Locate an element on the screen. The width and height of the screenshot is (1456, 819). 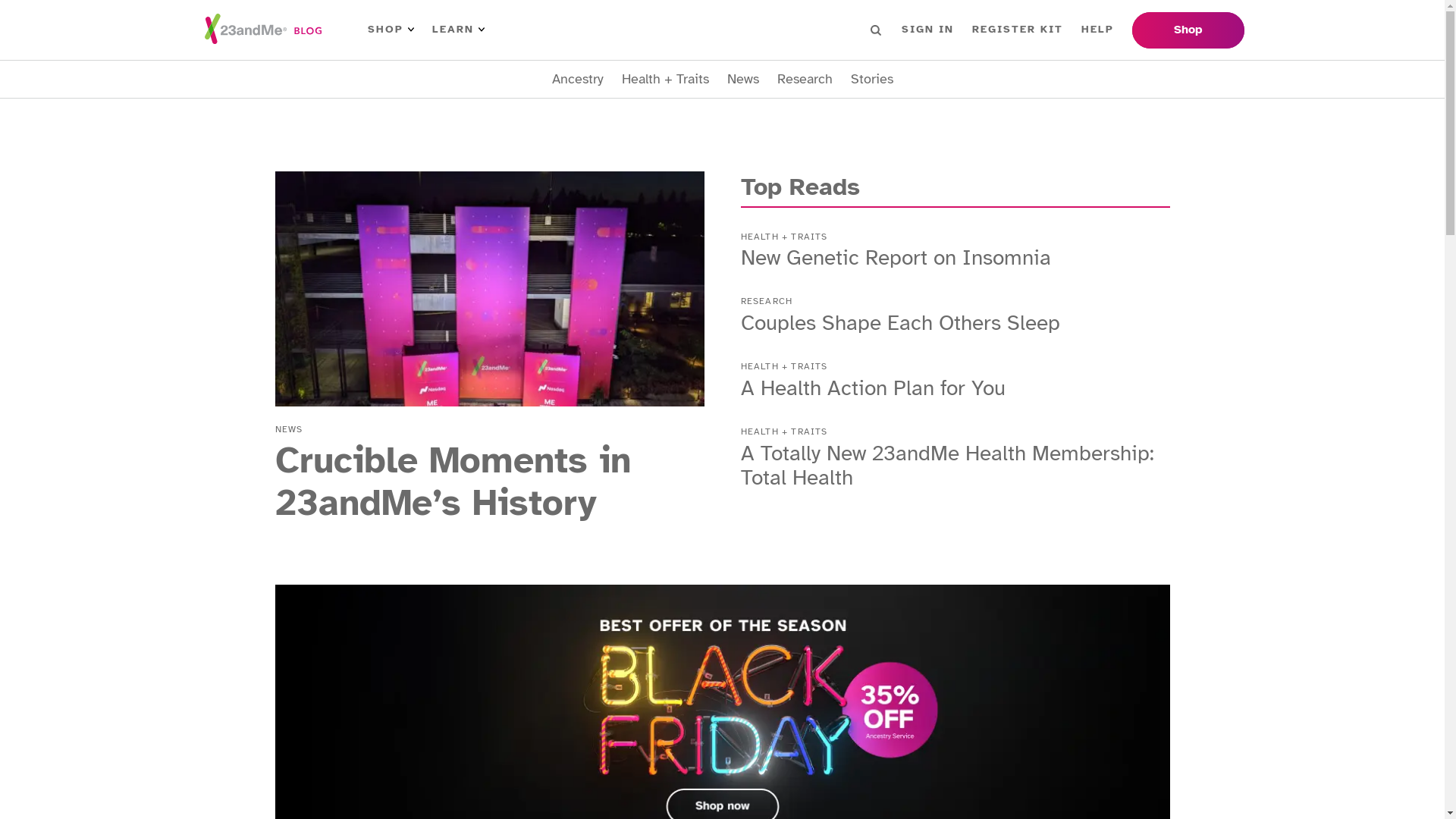
'A Totally New 23andMe Health Membership: Total Health' is located at coordinates (946, 464).